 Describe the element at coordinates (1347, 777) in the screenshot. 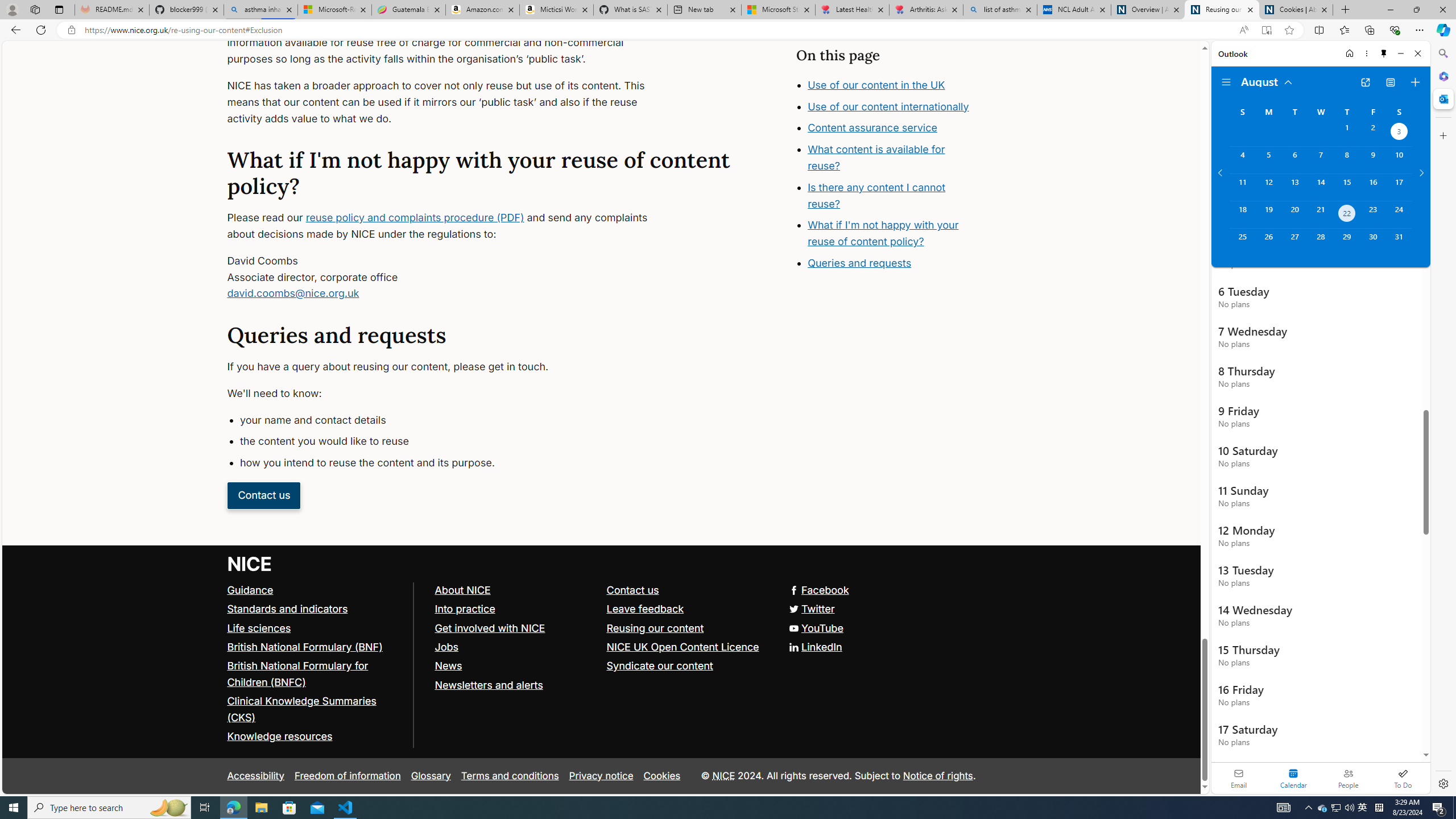

I see `'People'` at that location.